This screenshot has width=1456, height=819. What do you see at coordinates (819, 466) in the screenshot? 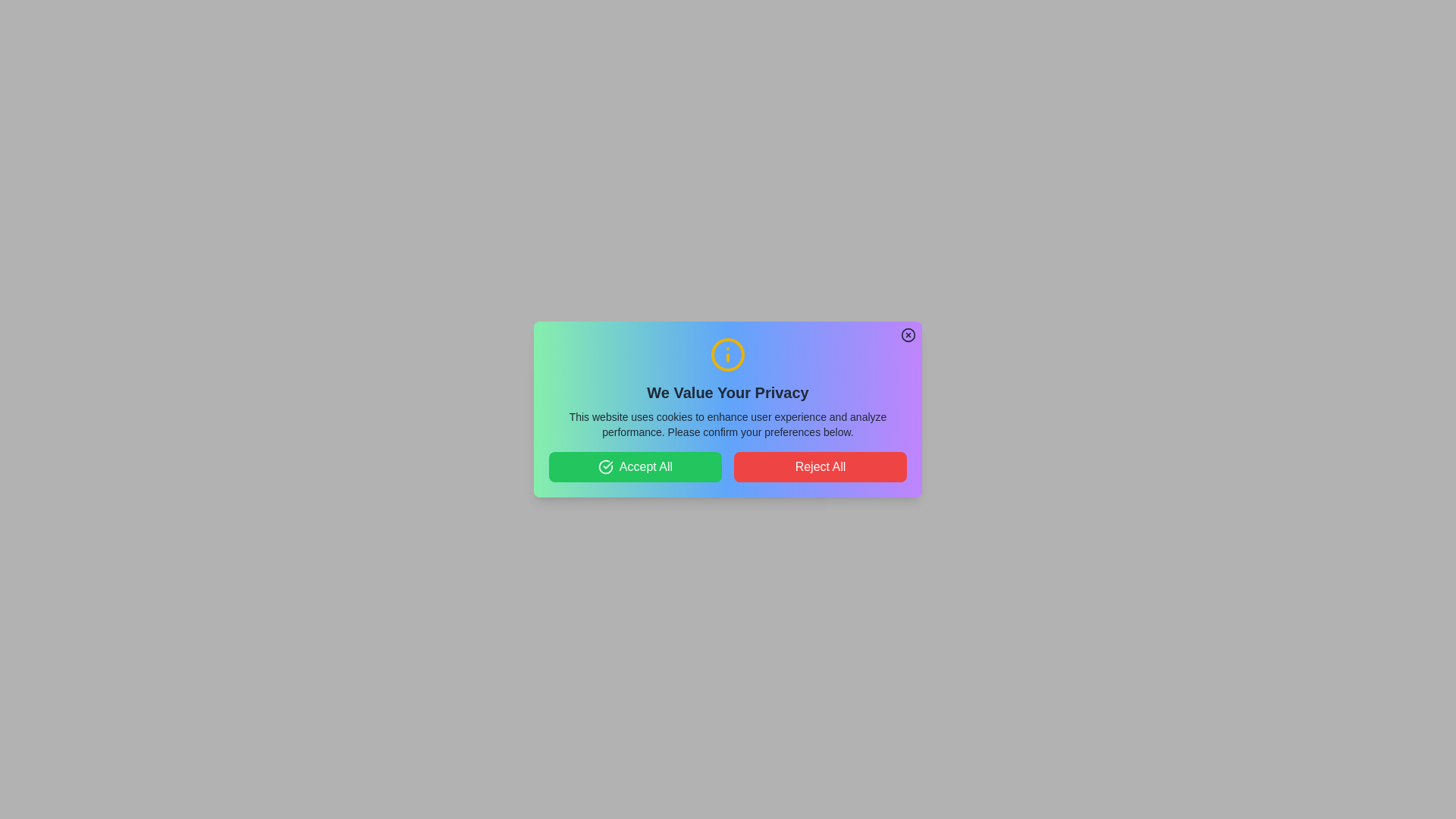
I see `the 'Reject All' button to reject all cookies` at bounding box center [819, 466].